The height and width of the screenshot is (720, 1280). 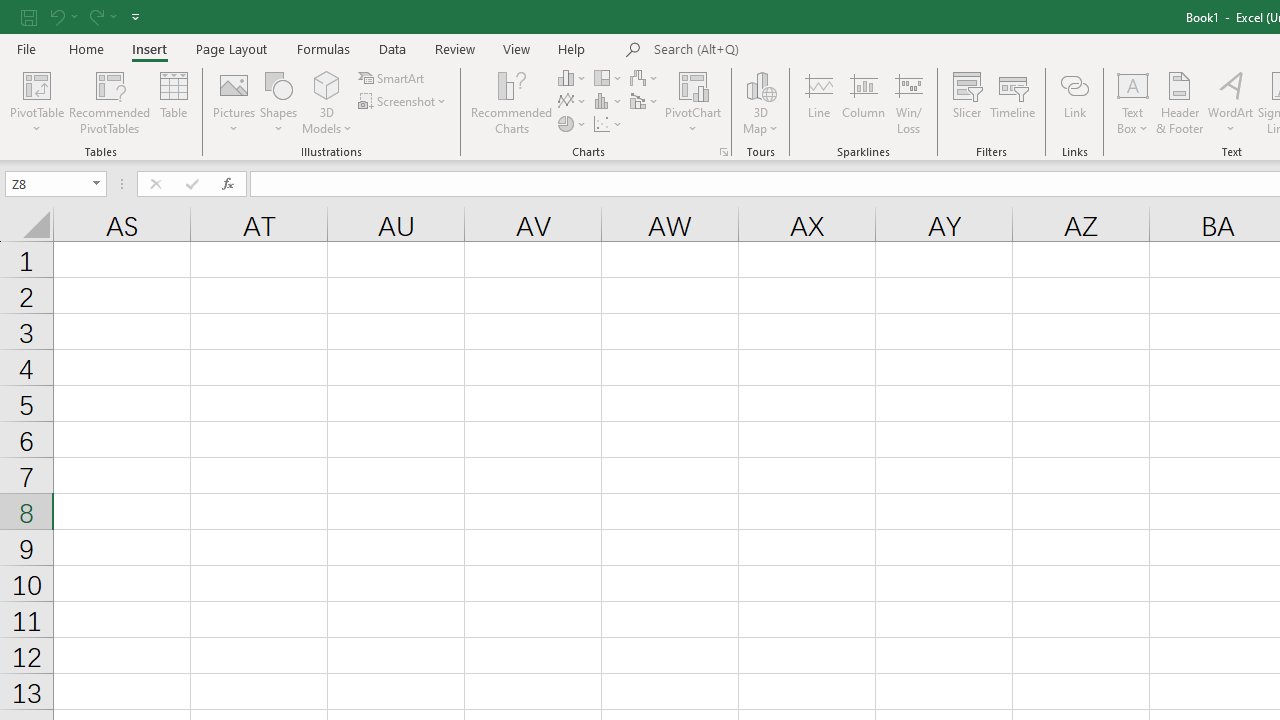 What do you see at coordinates (693, 84) in the screenshot?
I see `'PivotChart'` at bounding box center [693, 84].